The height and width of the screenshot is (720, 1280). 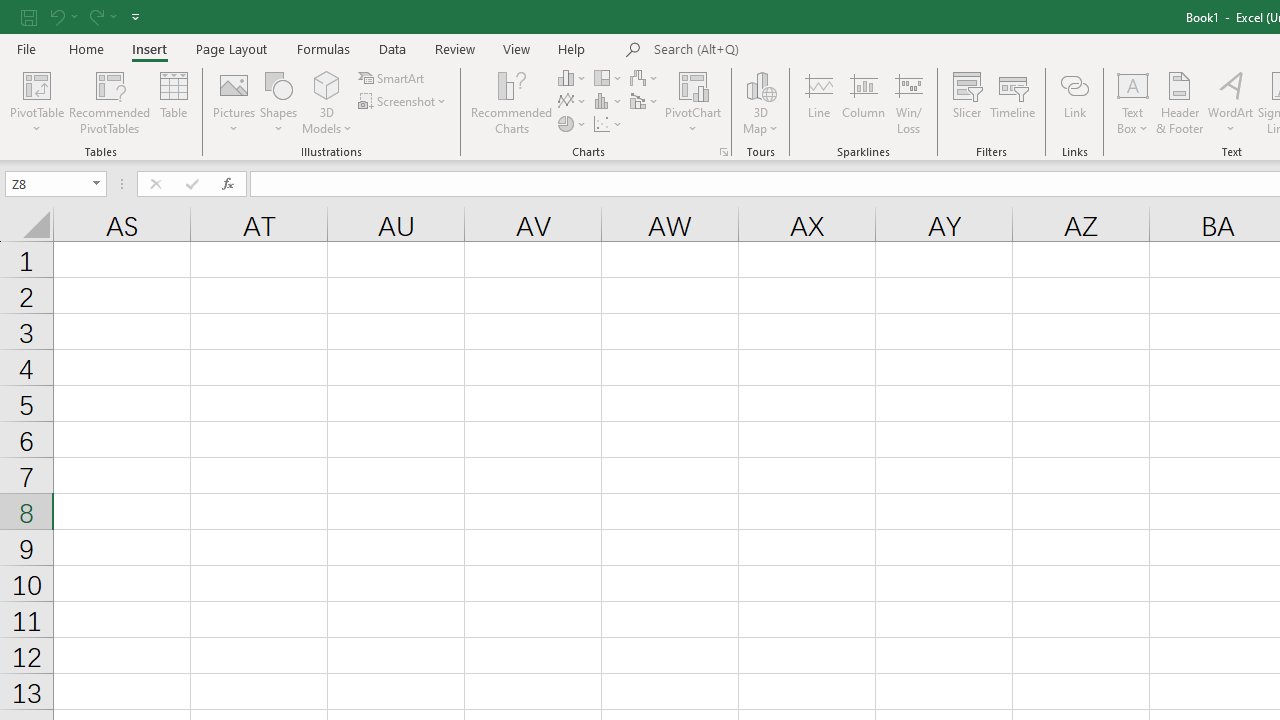 What do you see at coordinates (693, 84) in the screenshot?
I see `'PivotChart'` at bounding box center [693, 84].